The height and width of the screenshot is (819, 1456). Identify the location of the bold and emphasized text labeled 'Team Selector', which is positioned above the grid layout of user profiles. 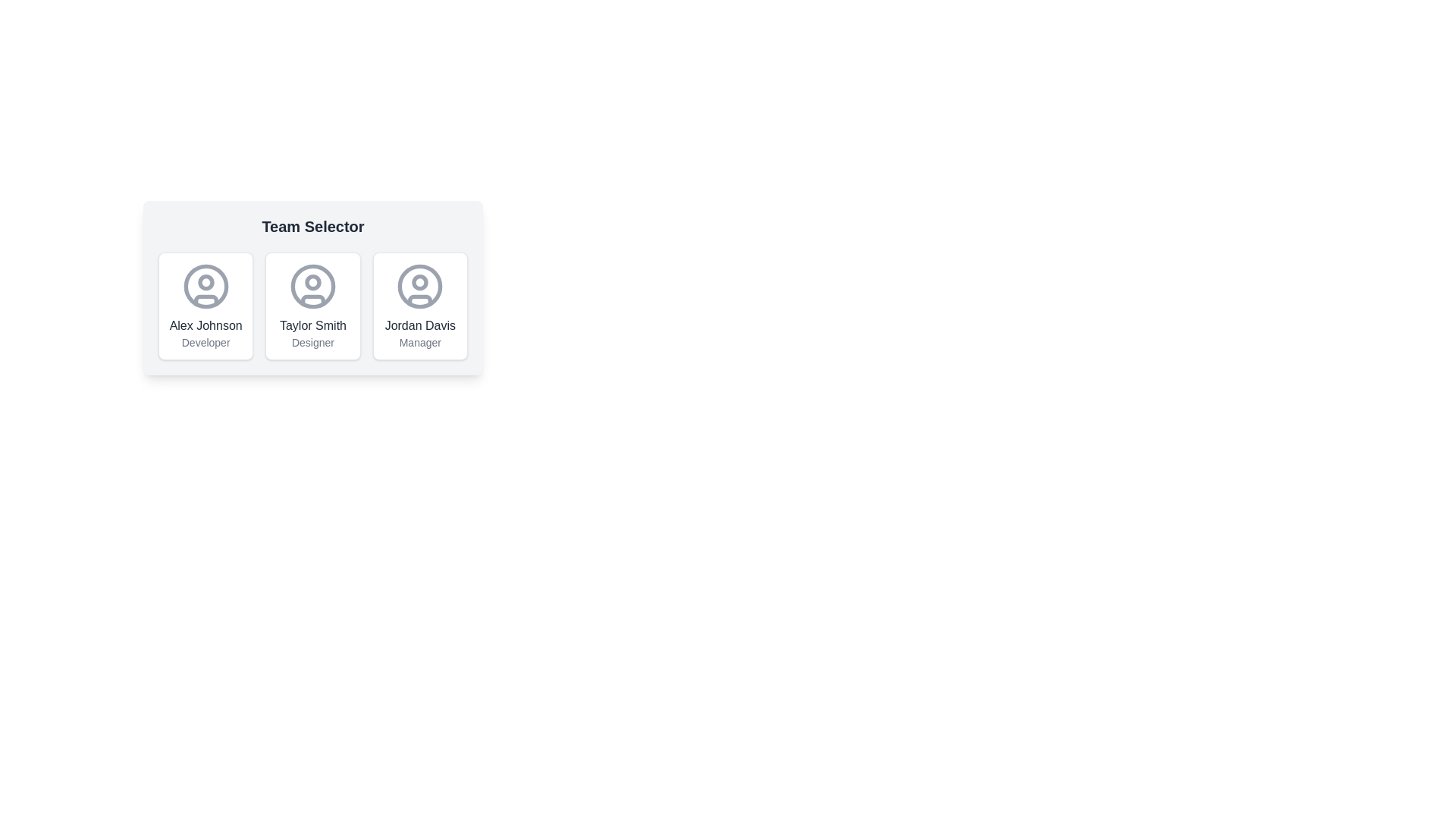
(312, 227).